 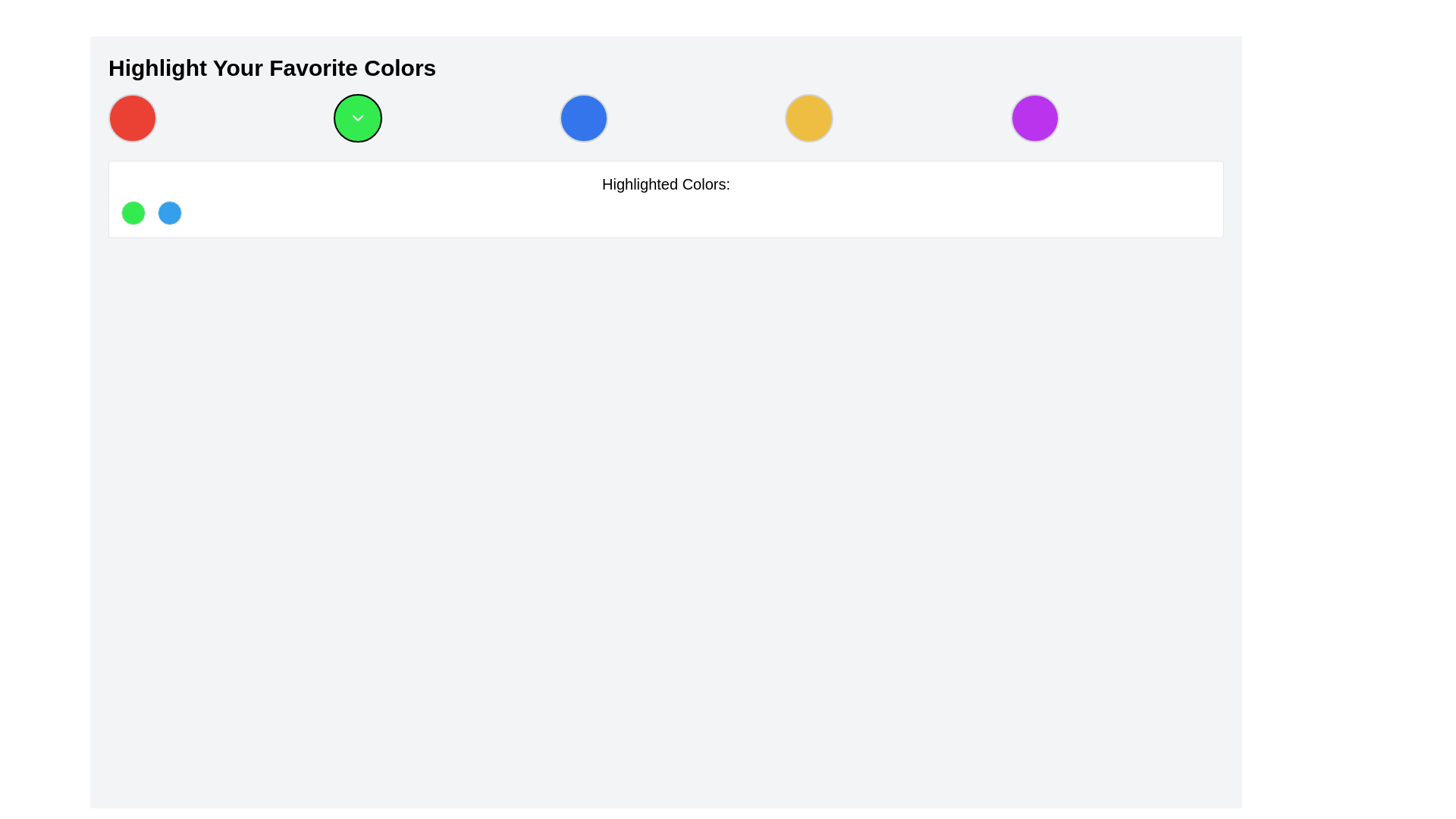 What do you see at coordinates (132, 117) in the screenshot?
I see `the first circular indicator in the grid layout, located near the top left of the interface` at bounding box center [132, 117].